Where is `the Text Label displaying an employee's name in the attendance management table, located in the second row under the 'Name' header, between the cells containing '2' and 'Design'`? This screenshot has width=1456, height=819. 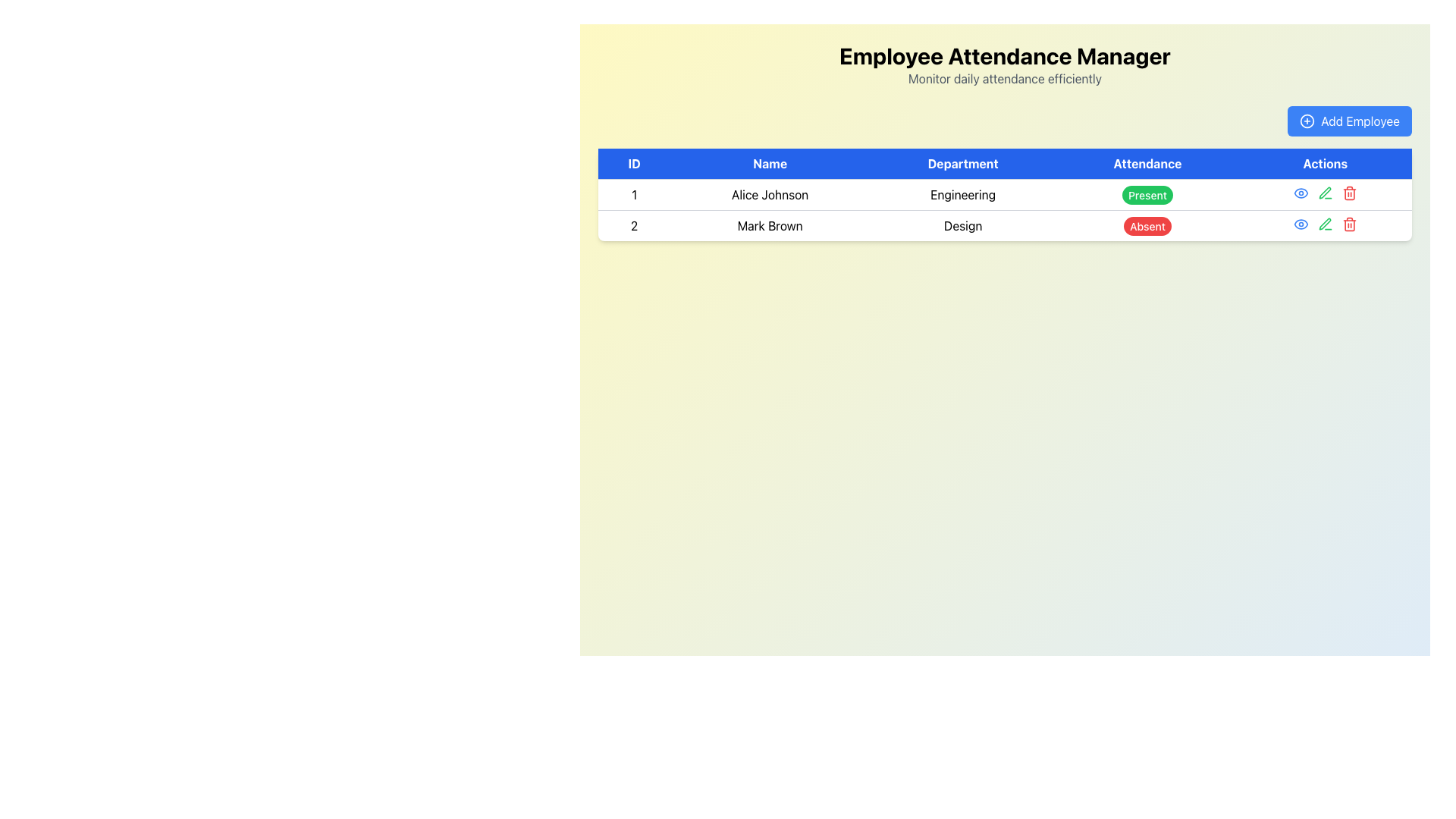 the Text Label displaying an employee's name in the attendance management table, located in the second row under the 'Name' header, between the cells containing '2' and 'Design' is located at coordinates (770, 225).